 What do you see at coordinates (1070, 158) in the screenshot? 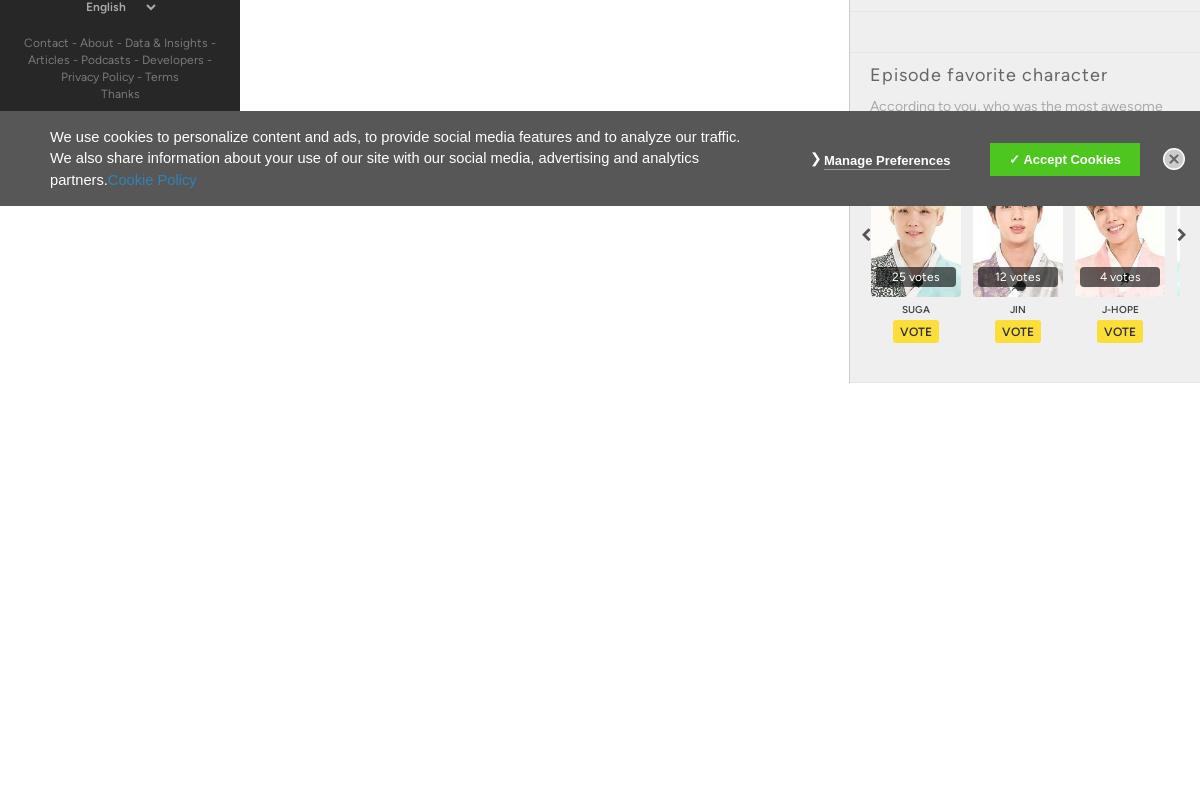
I see `'Accept Cookies'` at bounding box center [1070, 158].